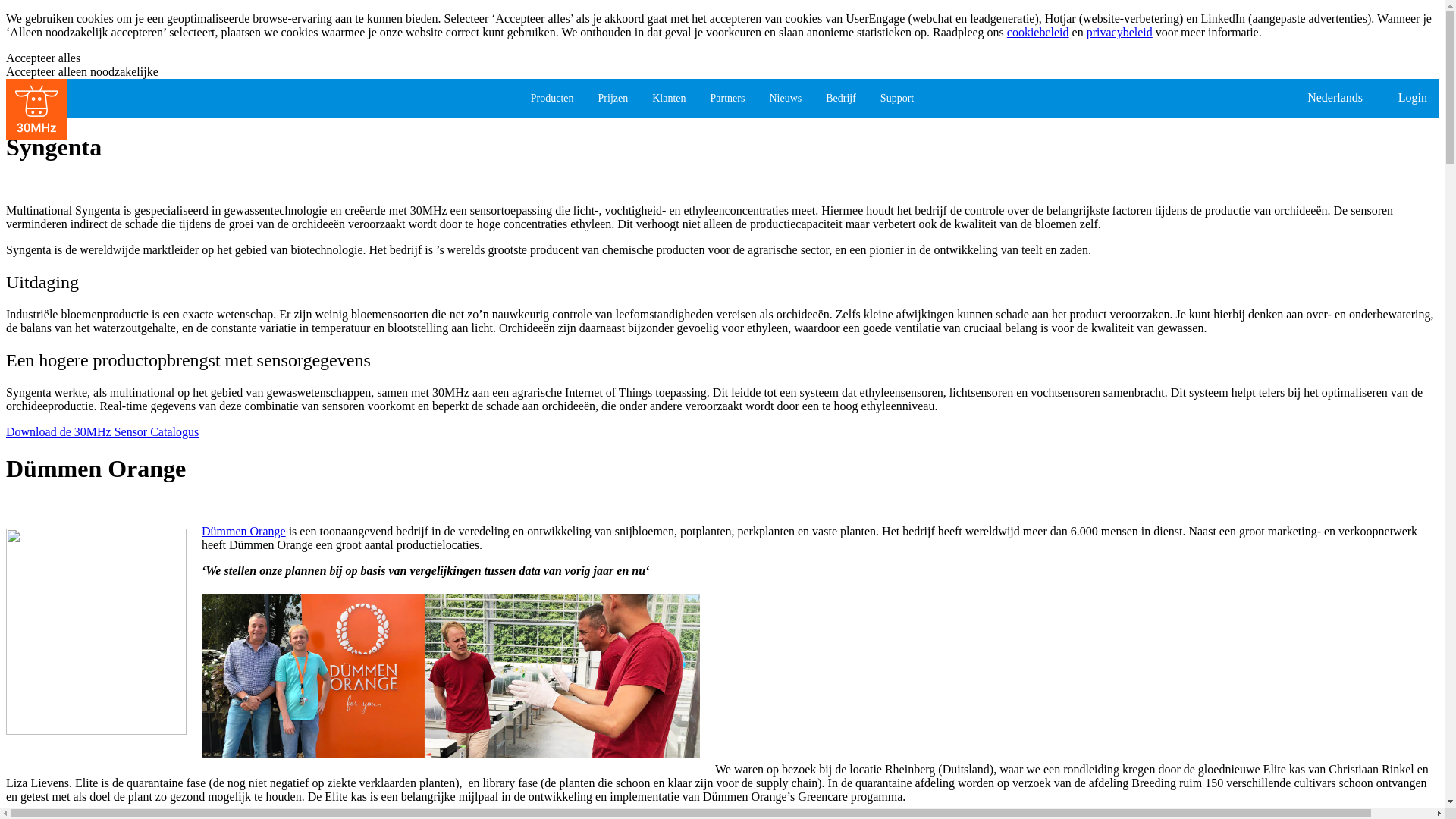 This screenshot has width=1456, height=819. What do you see at coordinates (101, 431) in the screenshot?
I see `'Download de 30MHz Sensor Catalogus'` at bounding box center [101, 431].